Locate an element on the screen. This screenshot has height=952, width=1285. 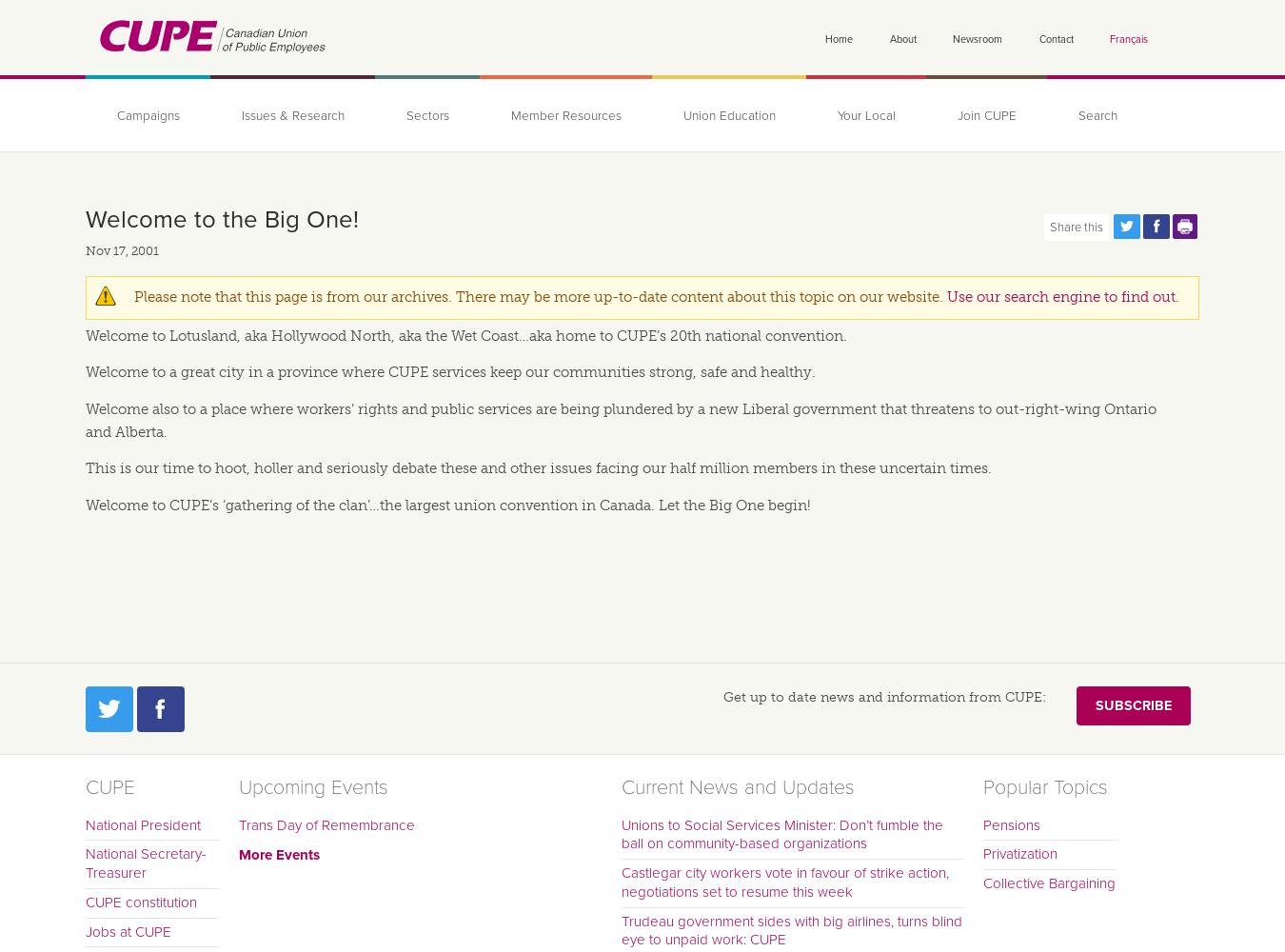
'Upcoming Events' is located at coordinates (312, 785).